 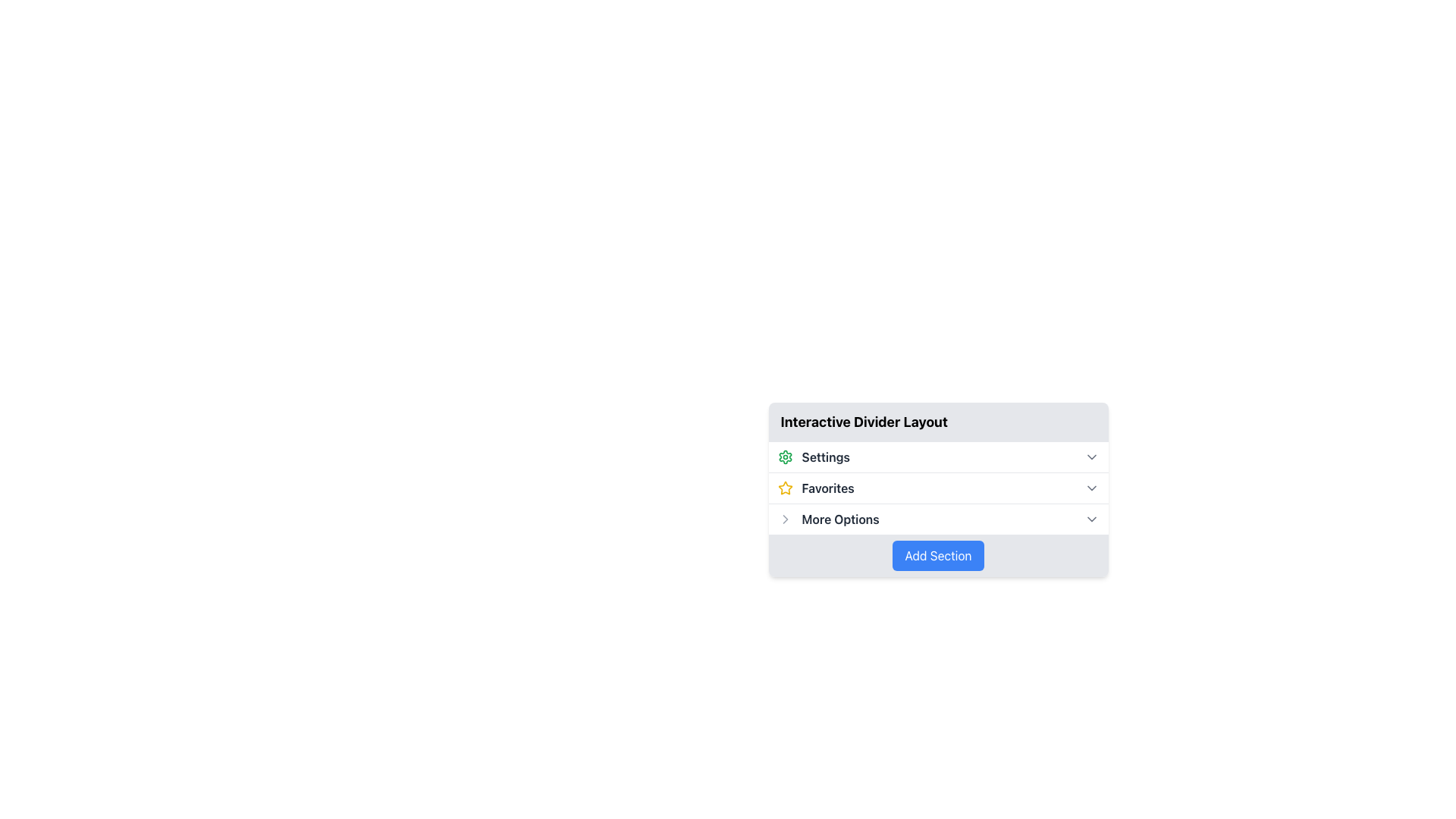 What do you see at coordinates (1090, 519) in the screenshot?
I see `the dropdown indicator icon located on the far-right side of the 'More Options' row to trigger a tooltip or highlight` at bounding box center [1090, 519].